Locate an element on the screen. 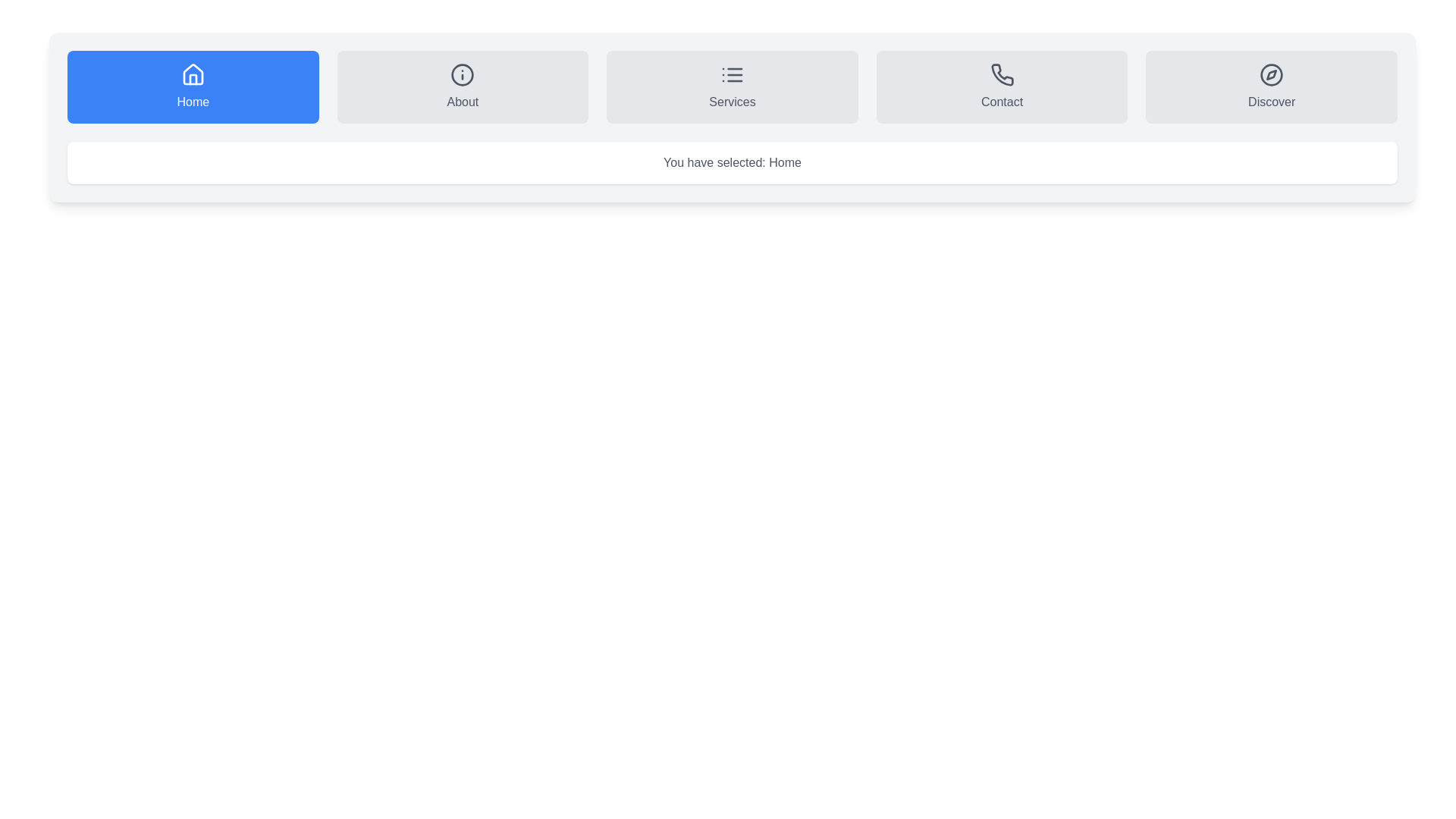  the house-shaped icon representing the 'Home' button in the top-left section of the navigation bar is located at coordinates (192, 74).